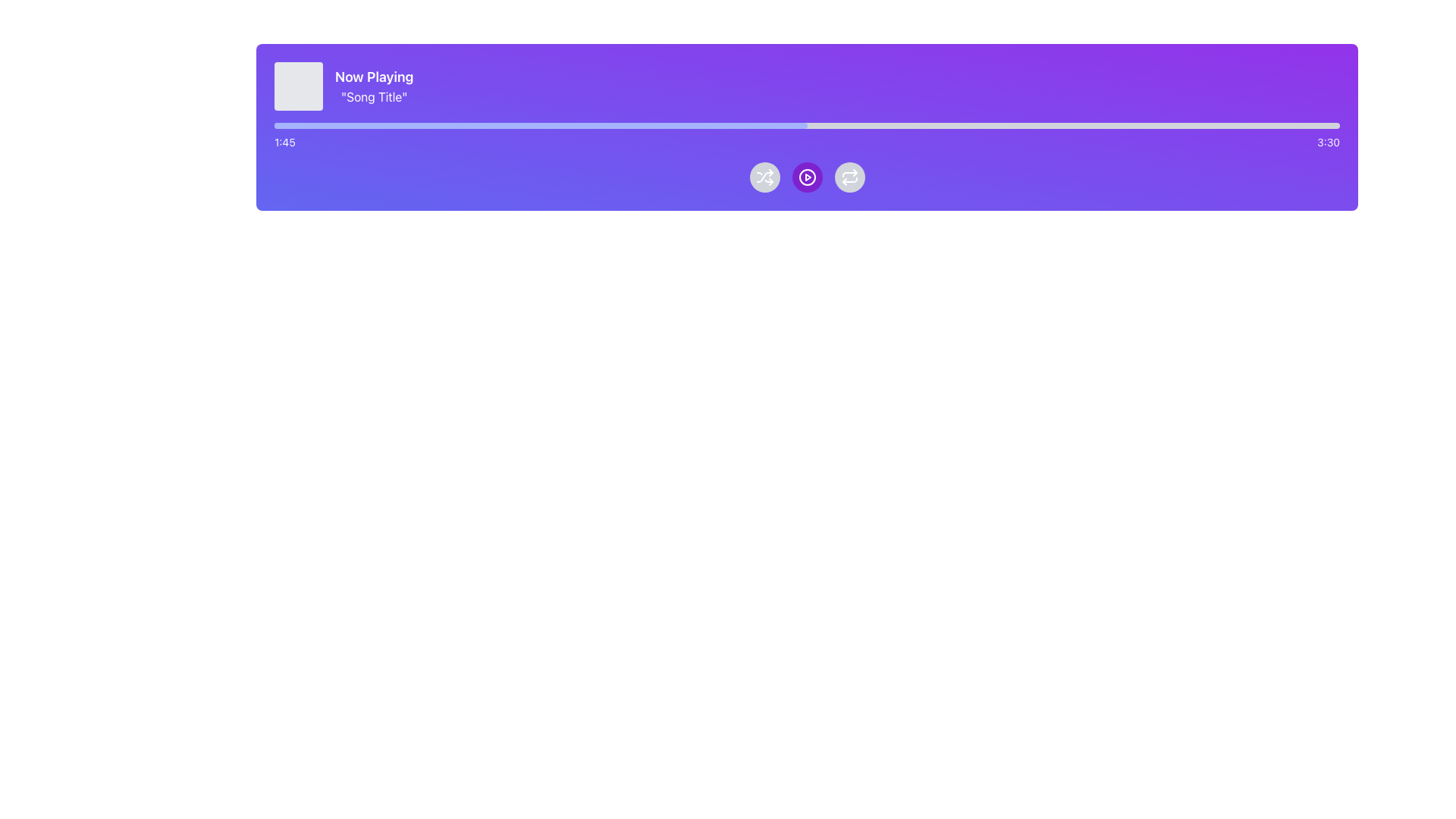  What do you see at coordinates (806, 124) in the screenshot?
I see `the progress bar located at the top-center of the player interface, directly below the 'Now Playing' information` at bounding box center [806, 124].